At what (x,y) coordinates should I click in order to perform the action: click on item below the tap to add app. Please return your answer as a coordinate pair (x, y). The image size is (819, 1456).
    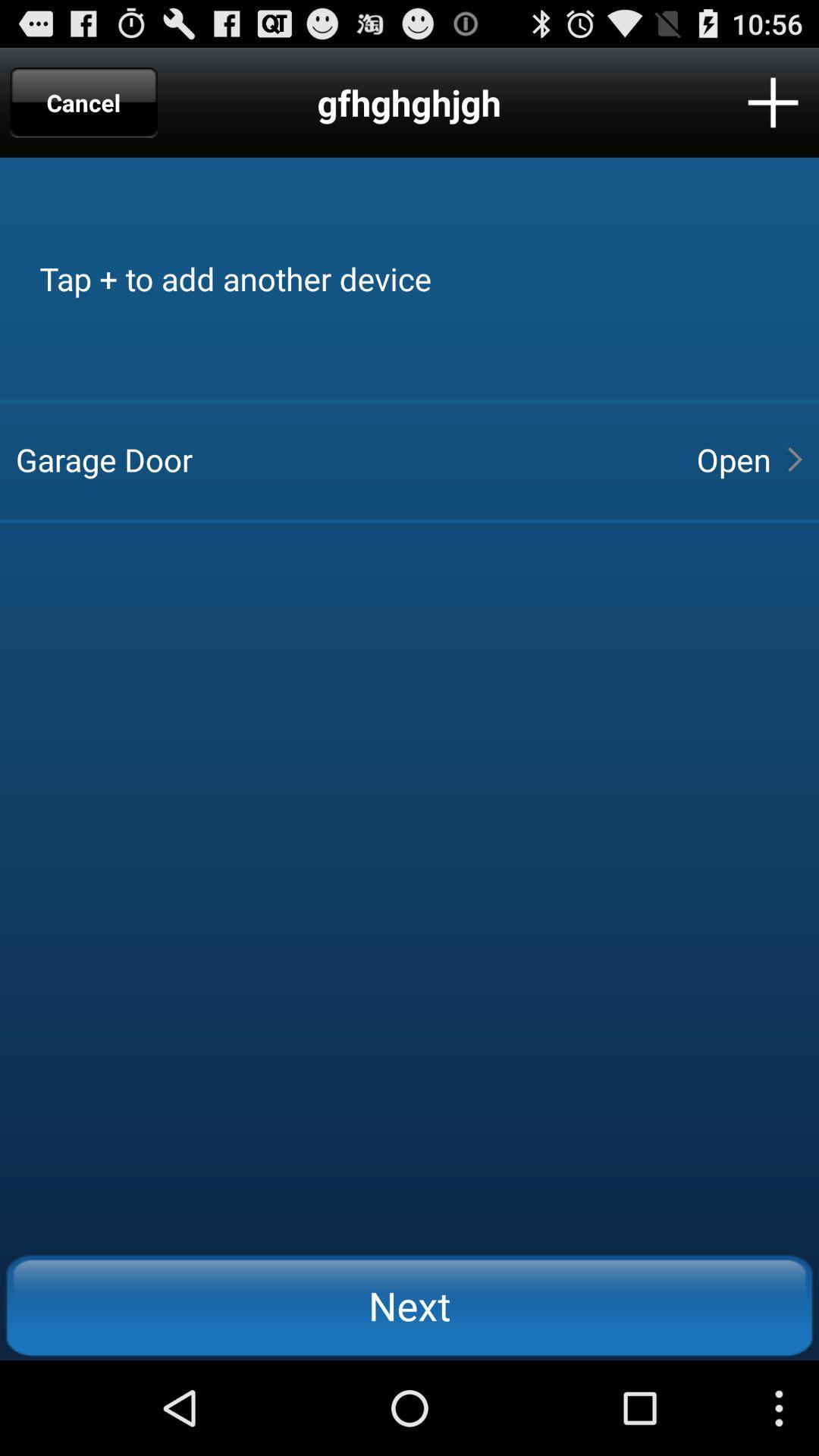
    Looking at the image, I should click on (343, 458).